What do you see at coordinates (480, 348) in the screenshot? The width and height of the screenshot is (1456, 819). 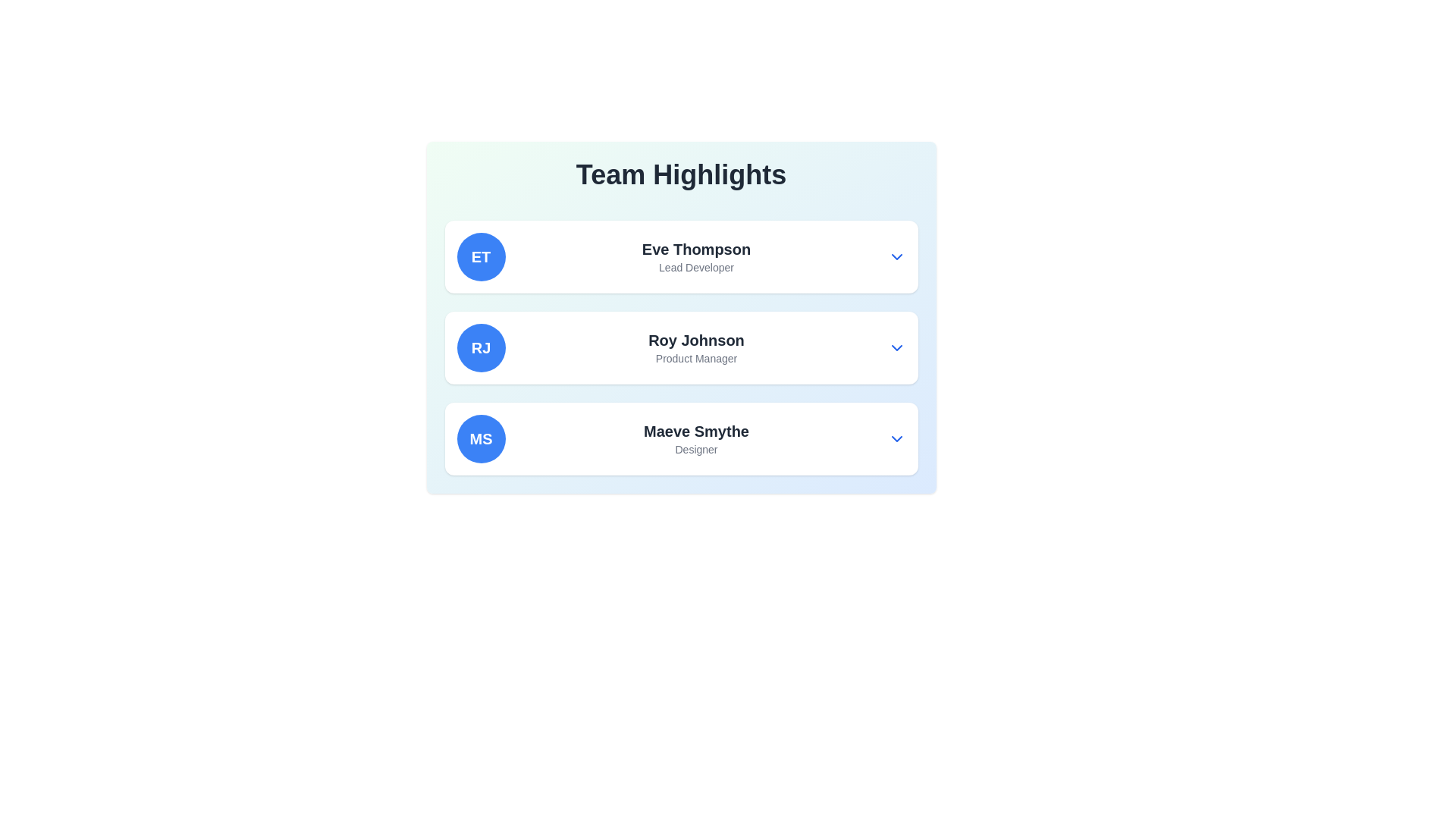 I see `the visual badge representing 'Roy Johnson', which serves as an avatar for distinguishing individuals in a list or group view` at bounding box center [480, 348].